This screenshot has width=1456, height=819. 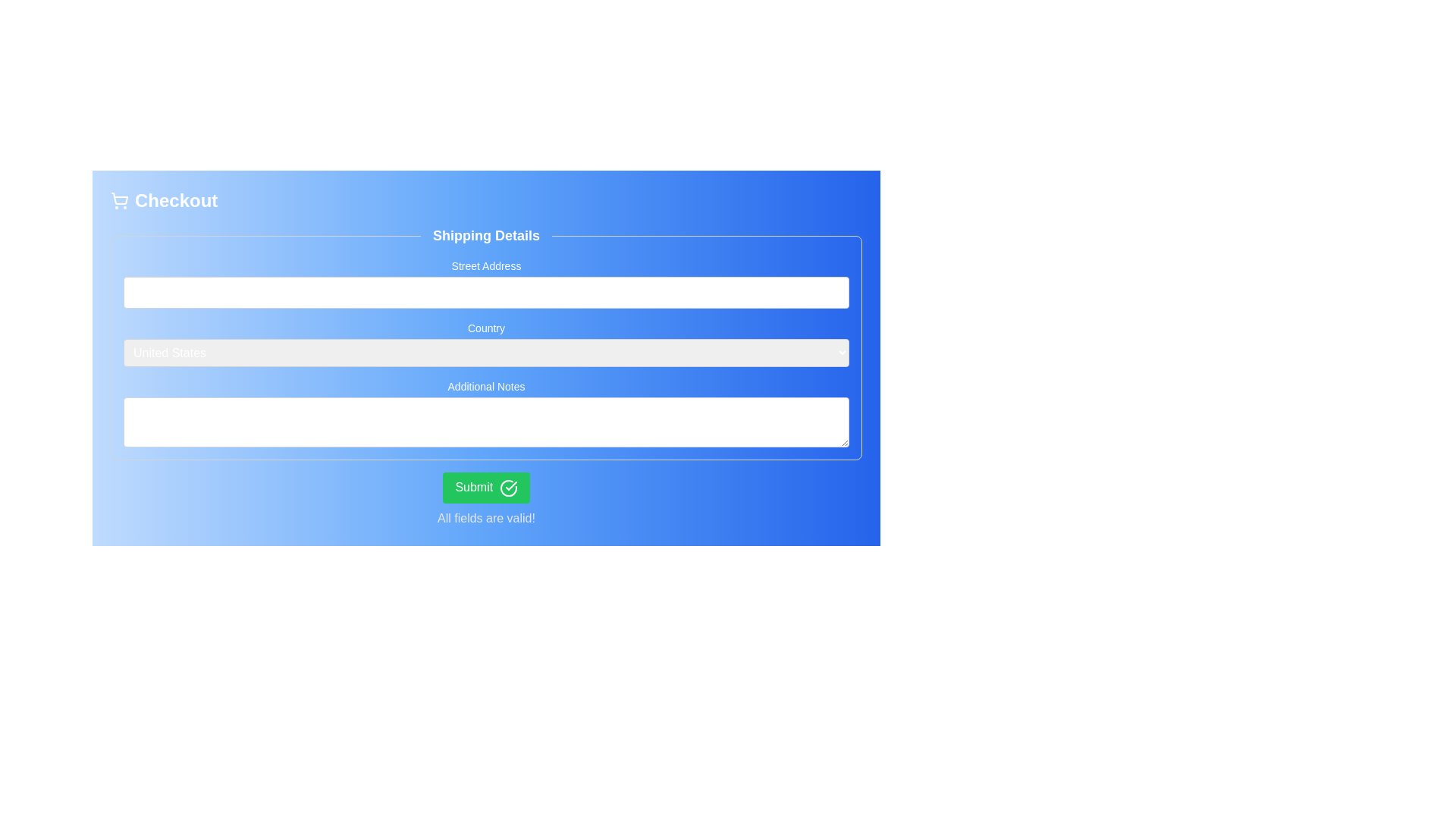 What do you see at coordinates (486, 517) in the screenshot?
I see `the static text label that states 'All fields are valid!', styled in muted gray and positioned at the bottom of a blue gradient background` at bounding box center [486, 517].